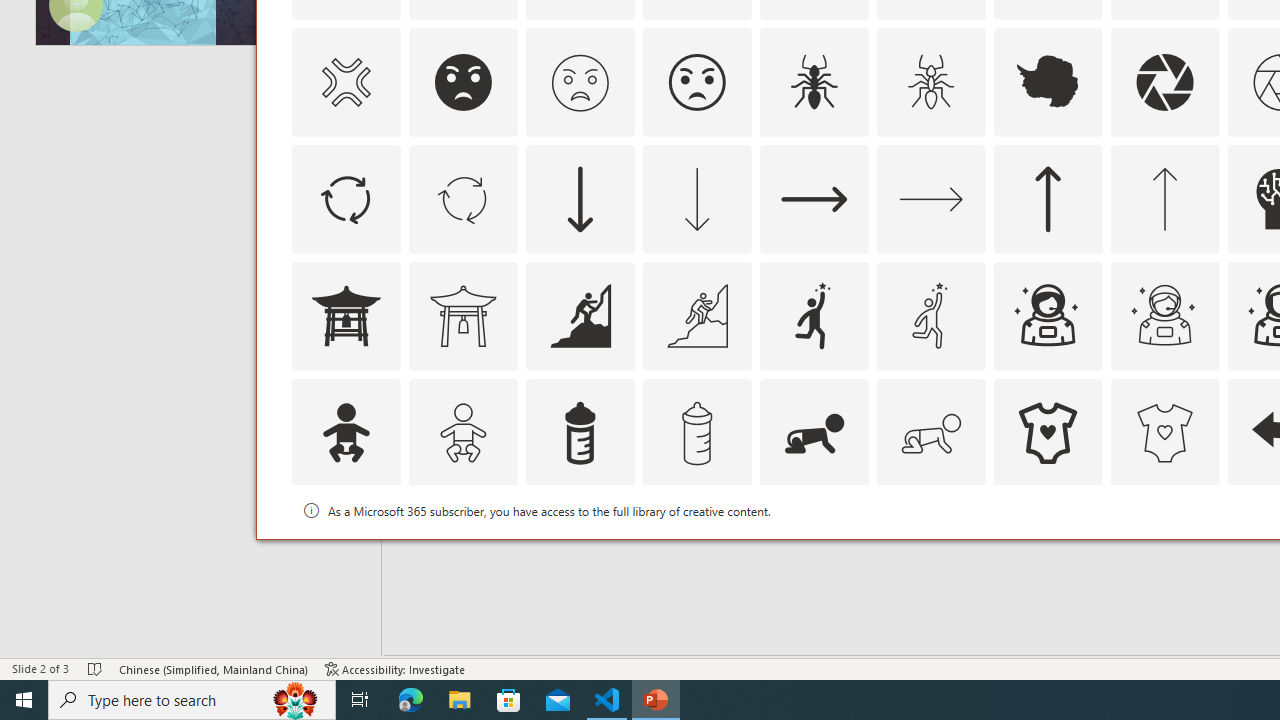 The width and height of the screenshot is (1280, 720). Describe the element at coordinates (462, 198) in the screenshot. I see `'AutomationID: Icons_ArrowCircle_M'` at that location.